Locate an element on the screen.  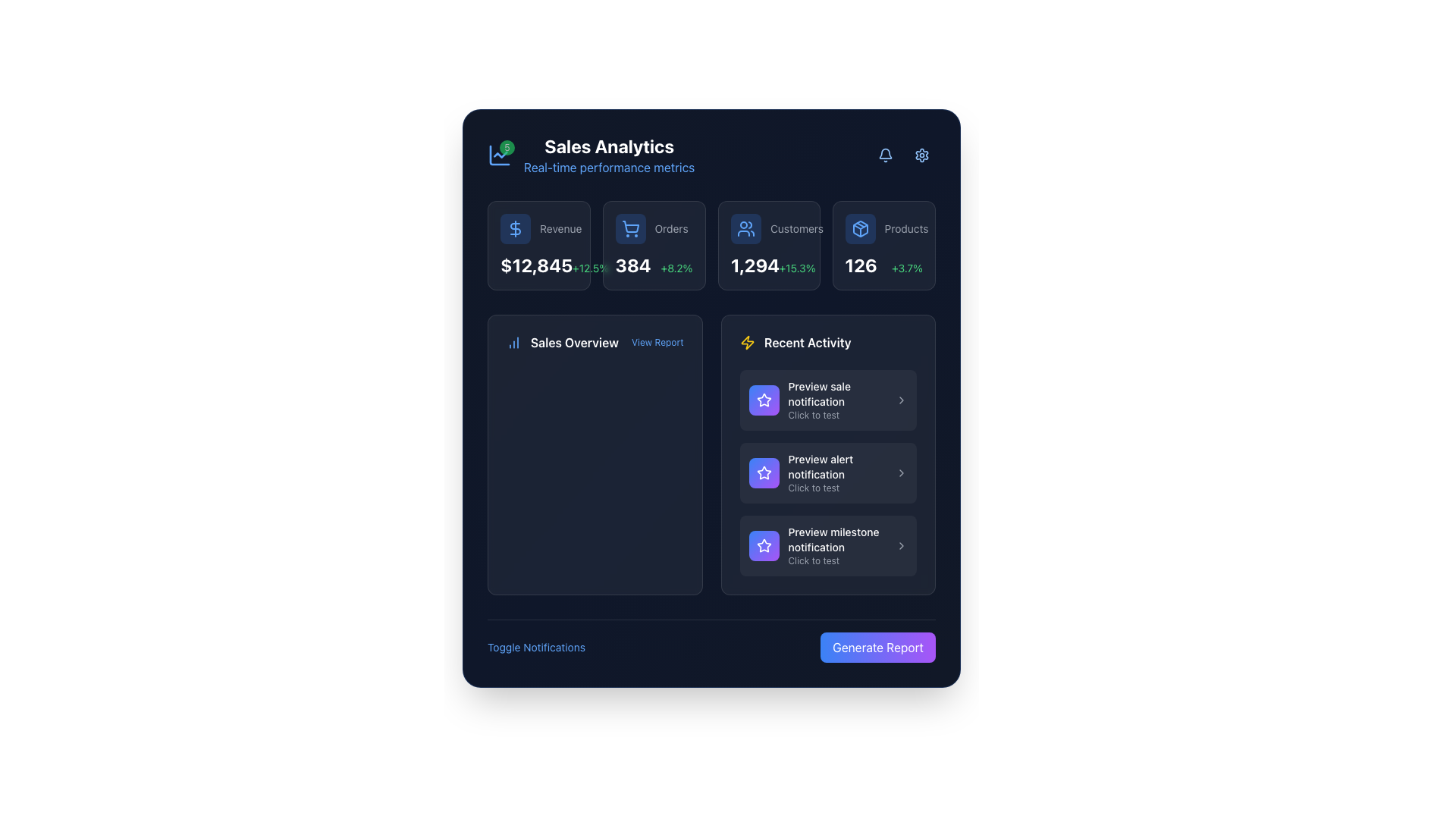
the three-dimensional box icon located in the top-right section of the 'Products' card, which is styled minimally with visible edges and lines is located at coordinates (861, 228).